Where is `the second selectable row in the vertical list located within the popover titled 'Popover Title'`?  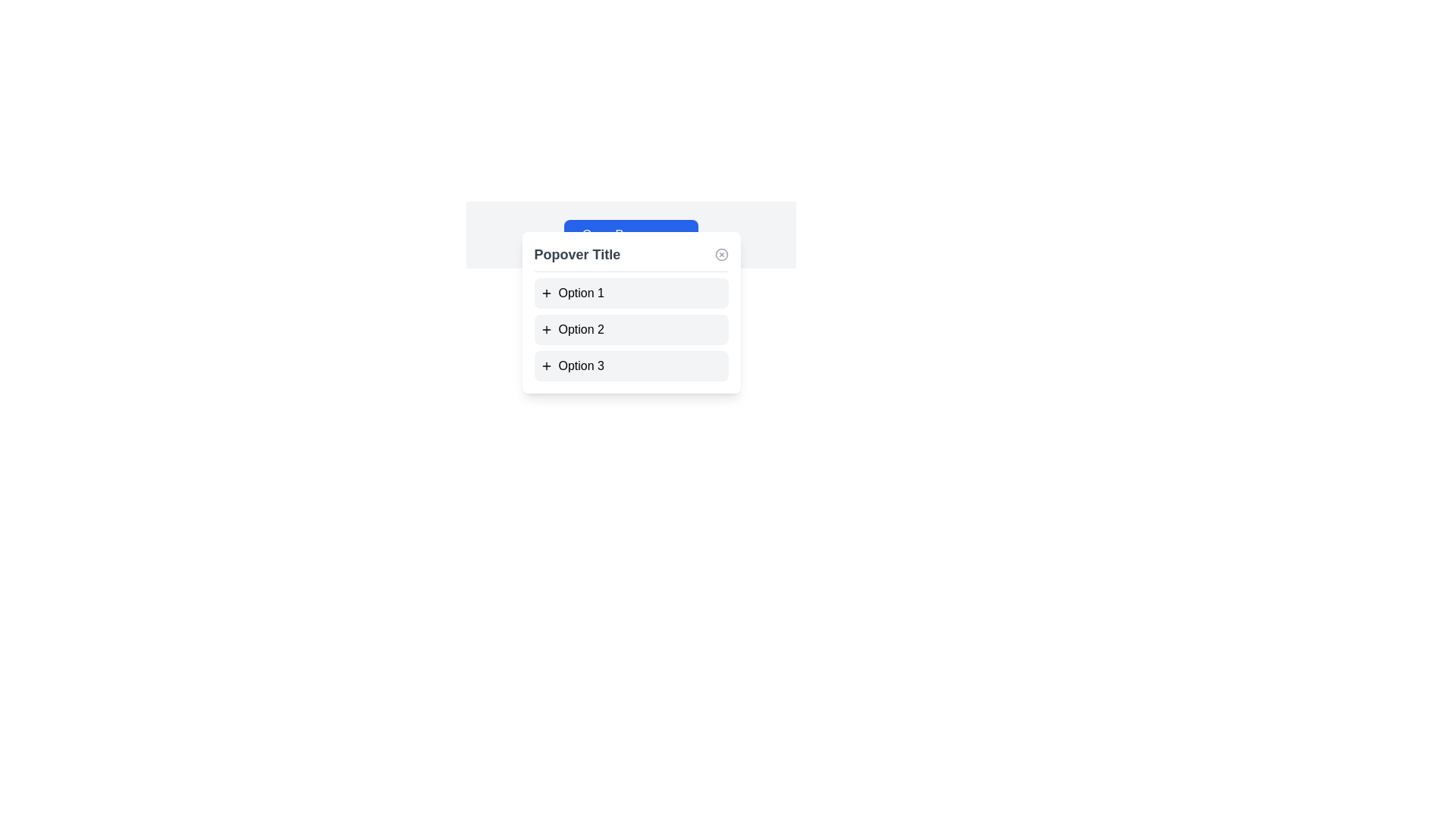 the second selectable row in the vertical list located within the popover titled 'Popover Title' is located at coordinates (631, 329).